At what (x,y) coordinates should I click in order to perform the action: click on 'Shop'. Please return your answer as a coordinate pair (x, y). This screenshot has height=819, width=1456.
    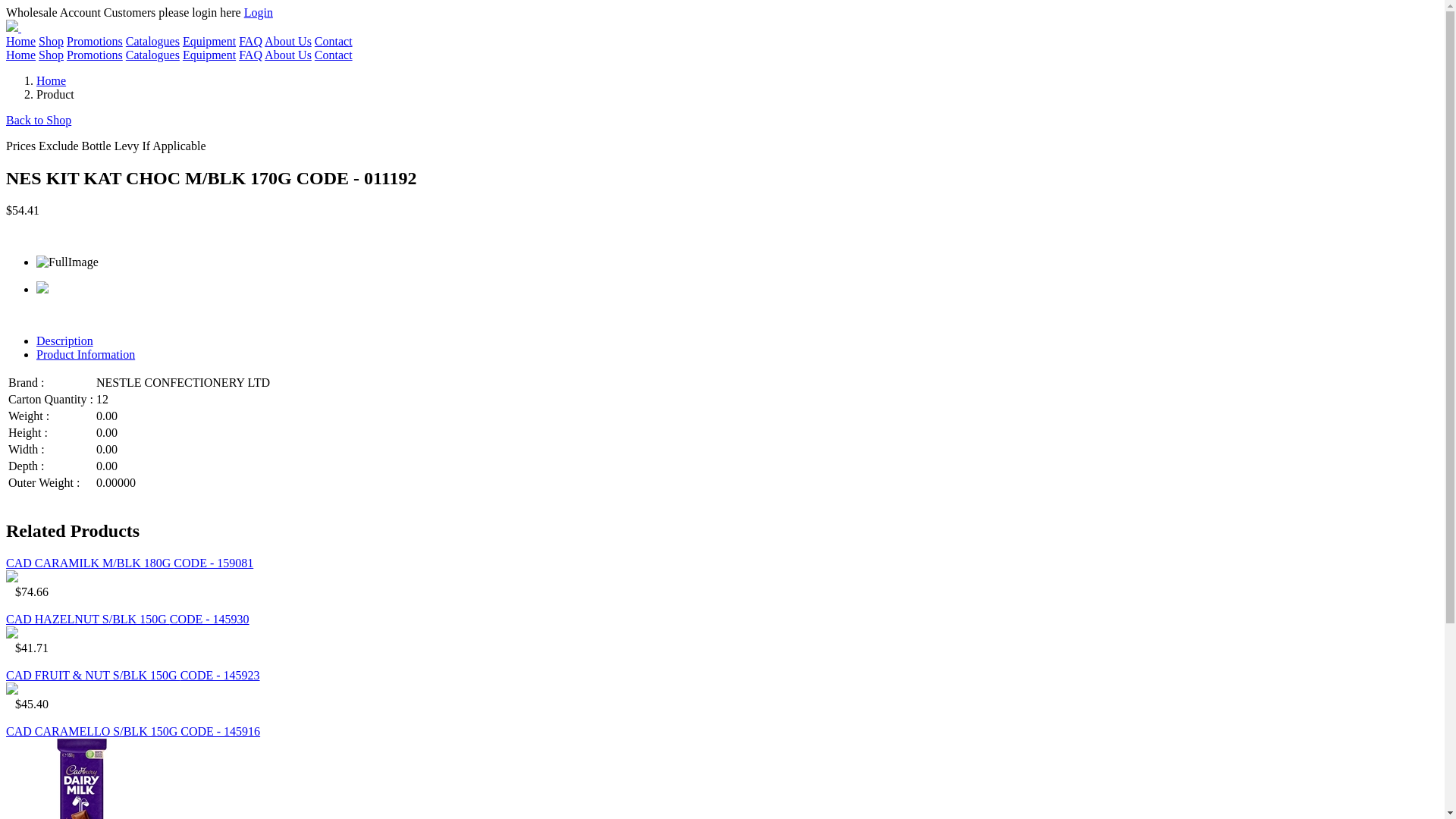
    Looking at the image, I should click on (51, 54).